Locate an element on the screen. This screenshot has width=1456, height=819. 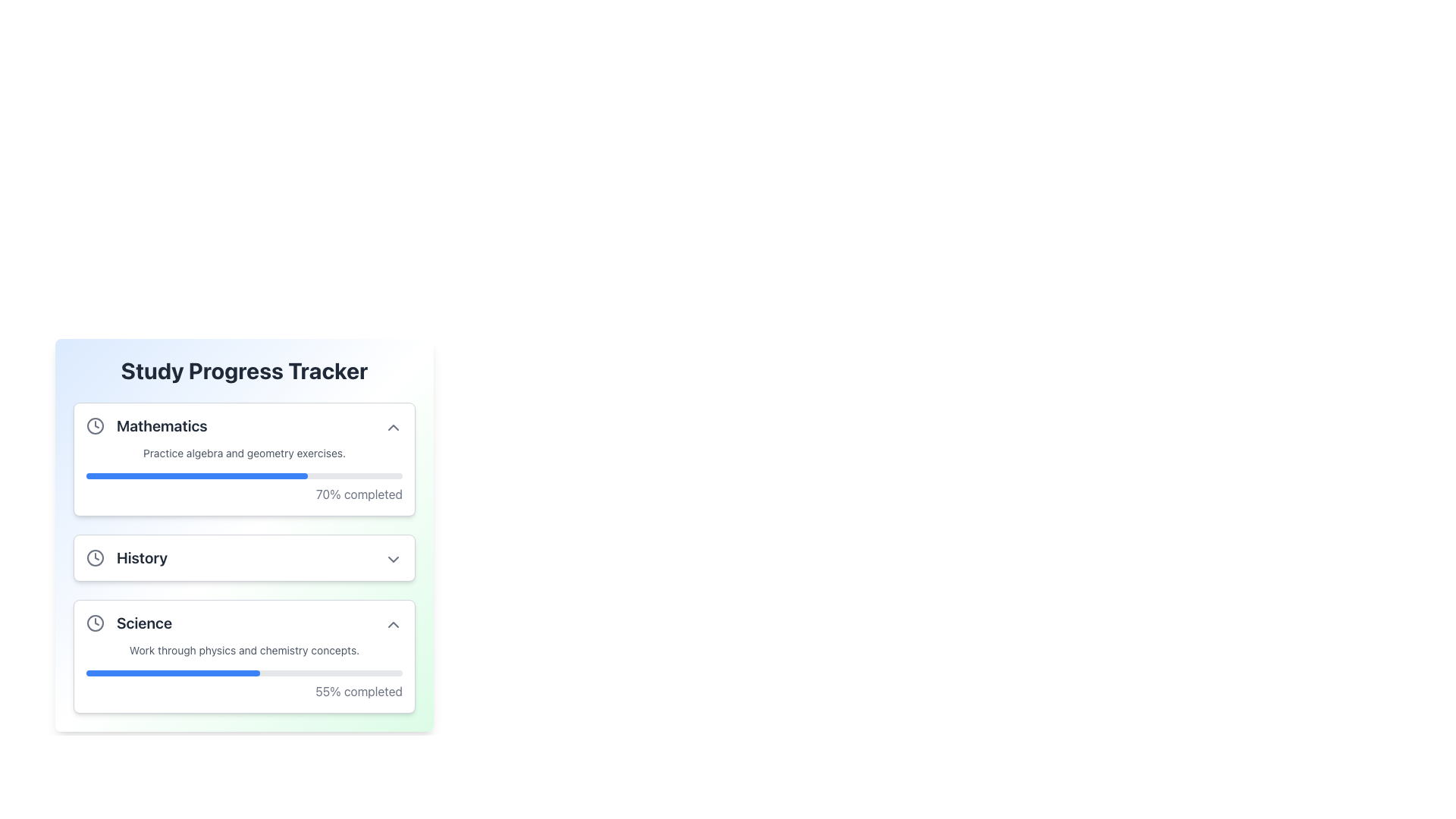
title text element at the top of the section that summarizes the content for the subsequent progress trackers is located at coordinates (244, 371).